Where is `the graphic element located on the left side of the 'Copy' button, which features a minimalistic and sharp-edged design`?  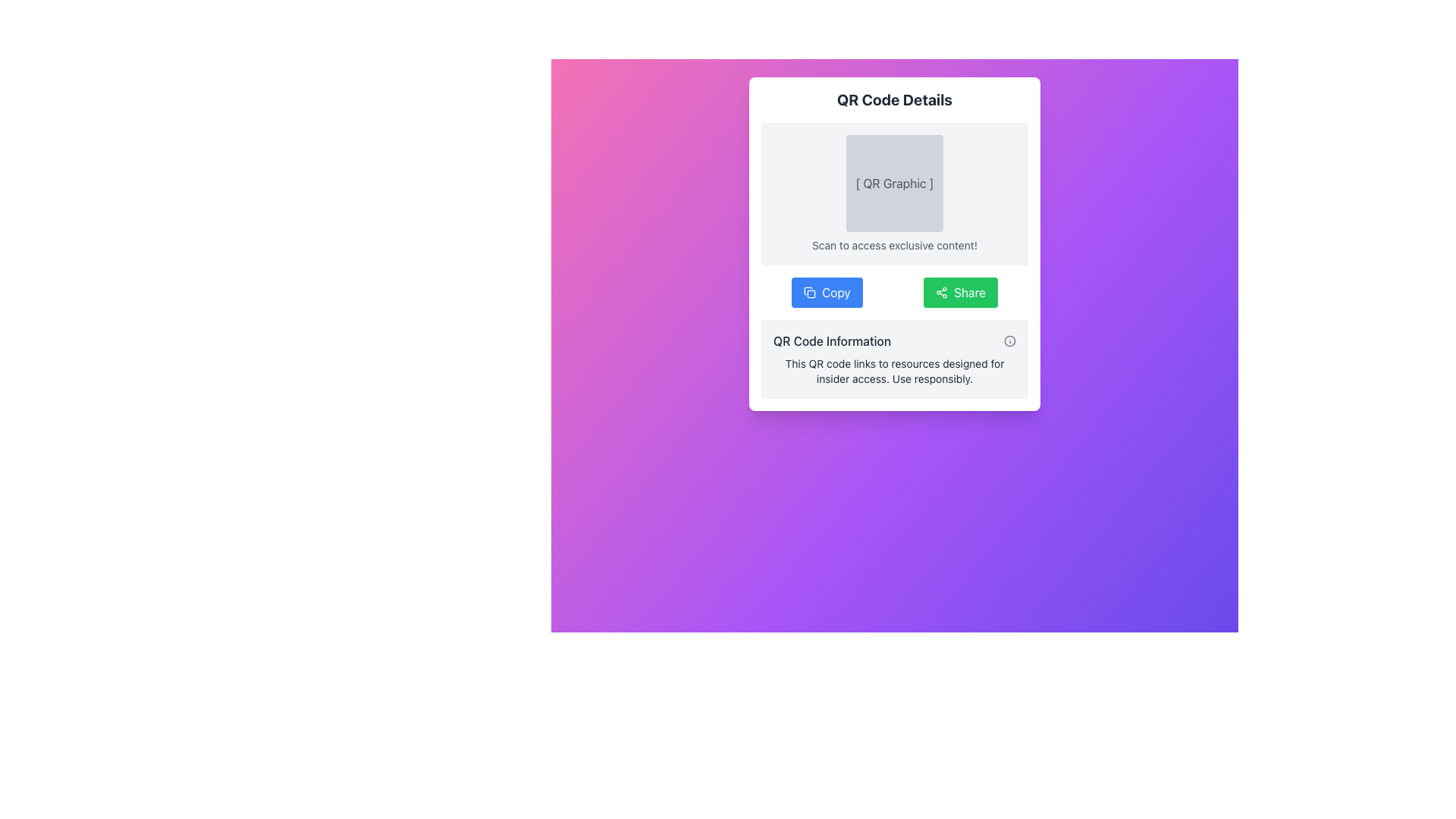 the graphic element located on the left side of the 'Copy' button, which features a minimalistic and sharp-edged design is located at coordinates (807, 291).